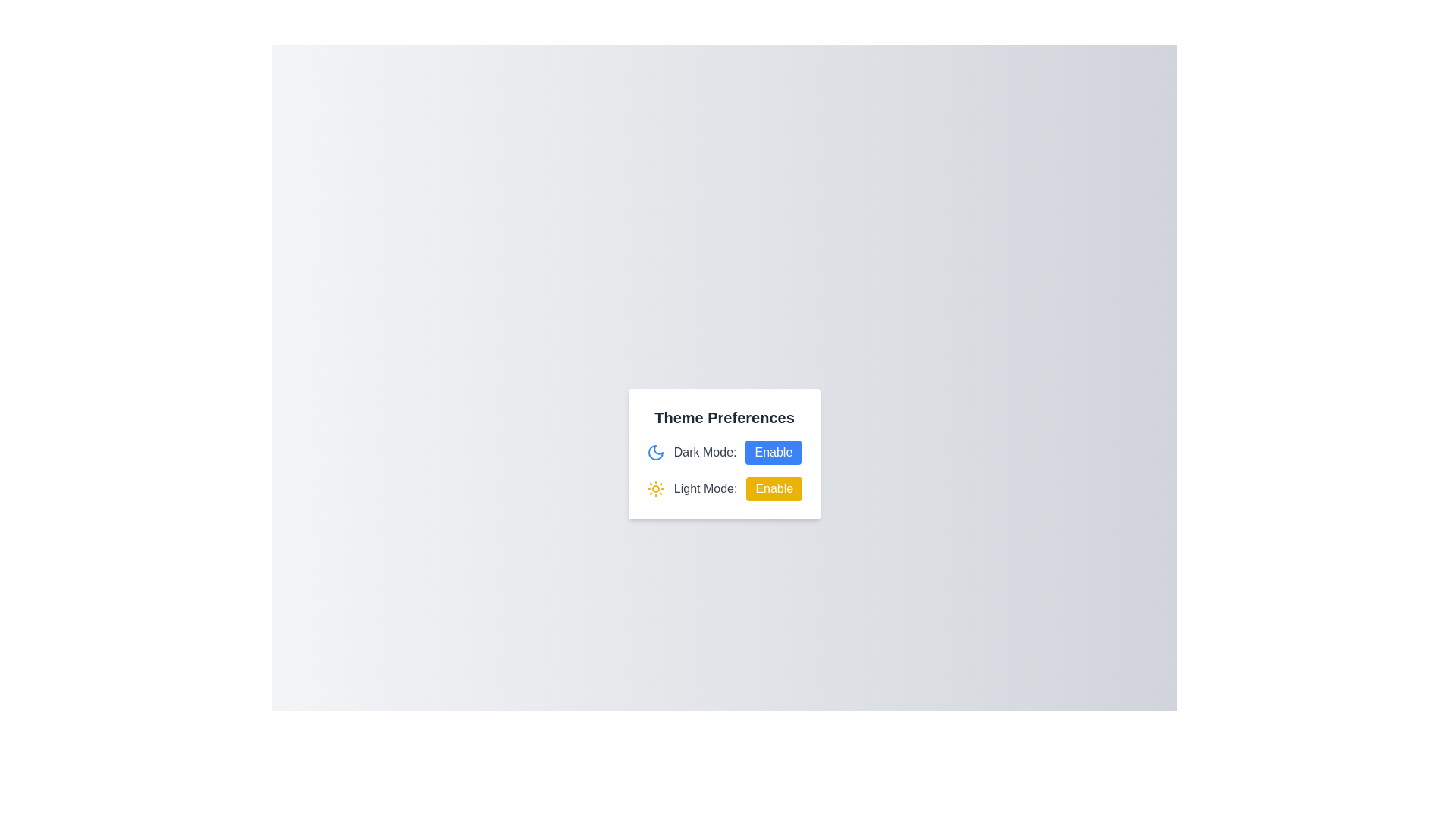 The width and height of the screenshot is (1456, 819). Describe the element at coordinates (704, 488) in the screenshot. I see `the light mode label that indicates the functionality of the associated toggle option, located to the left of the 'Enable' button in the light theme setting row` at that location.